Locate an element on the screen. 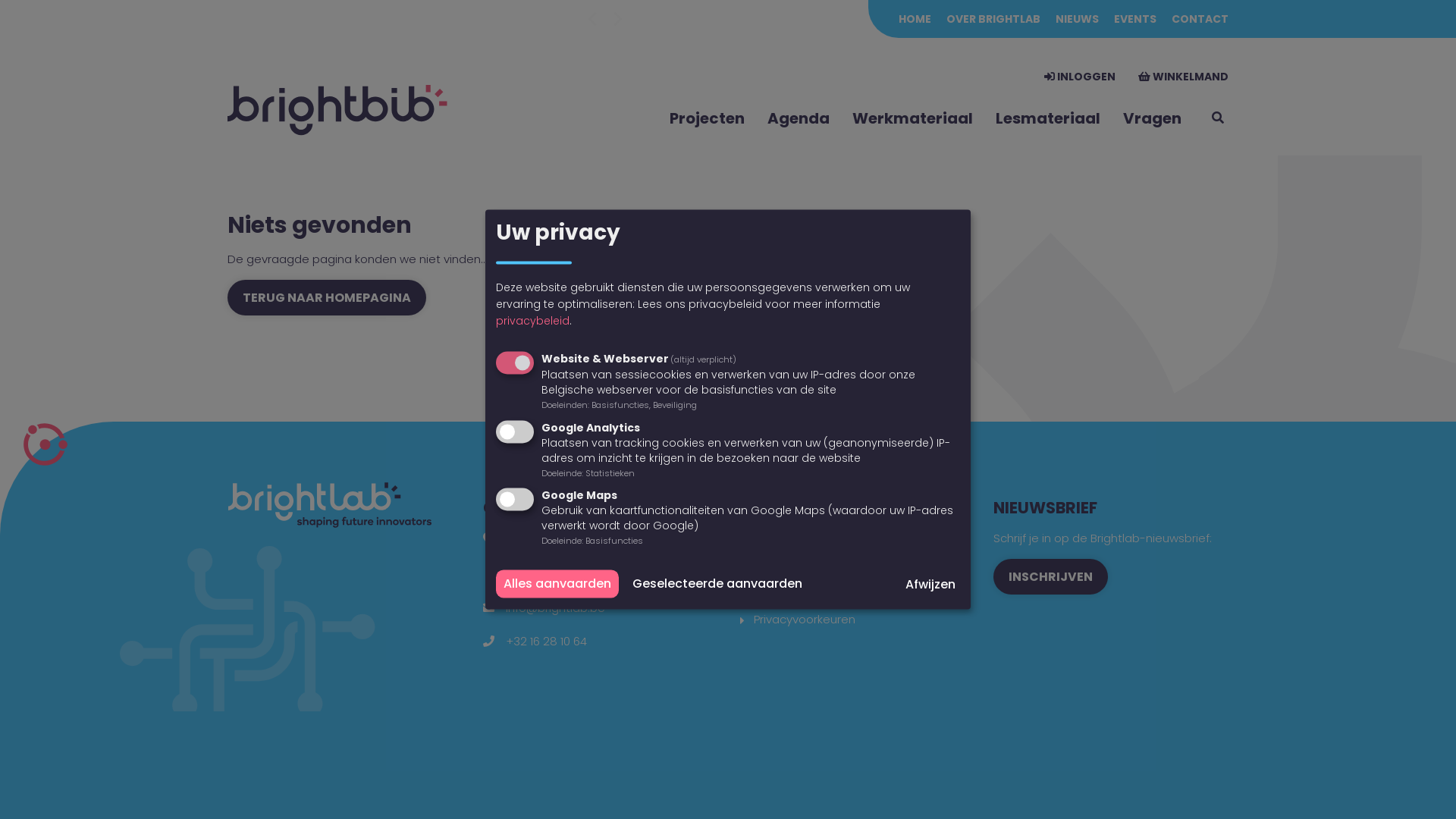 The width and height of the screenshot is (1456, 819). 'NIEUWS' is located at coordinates (1076, 18).